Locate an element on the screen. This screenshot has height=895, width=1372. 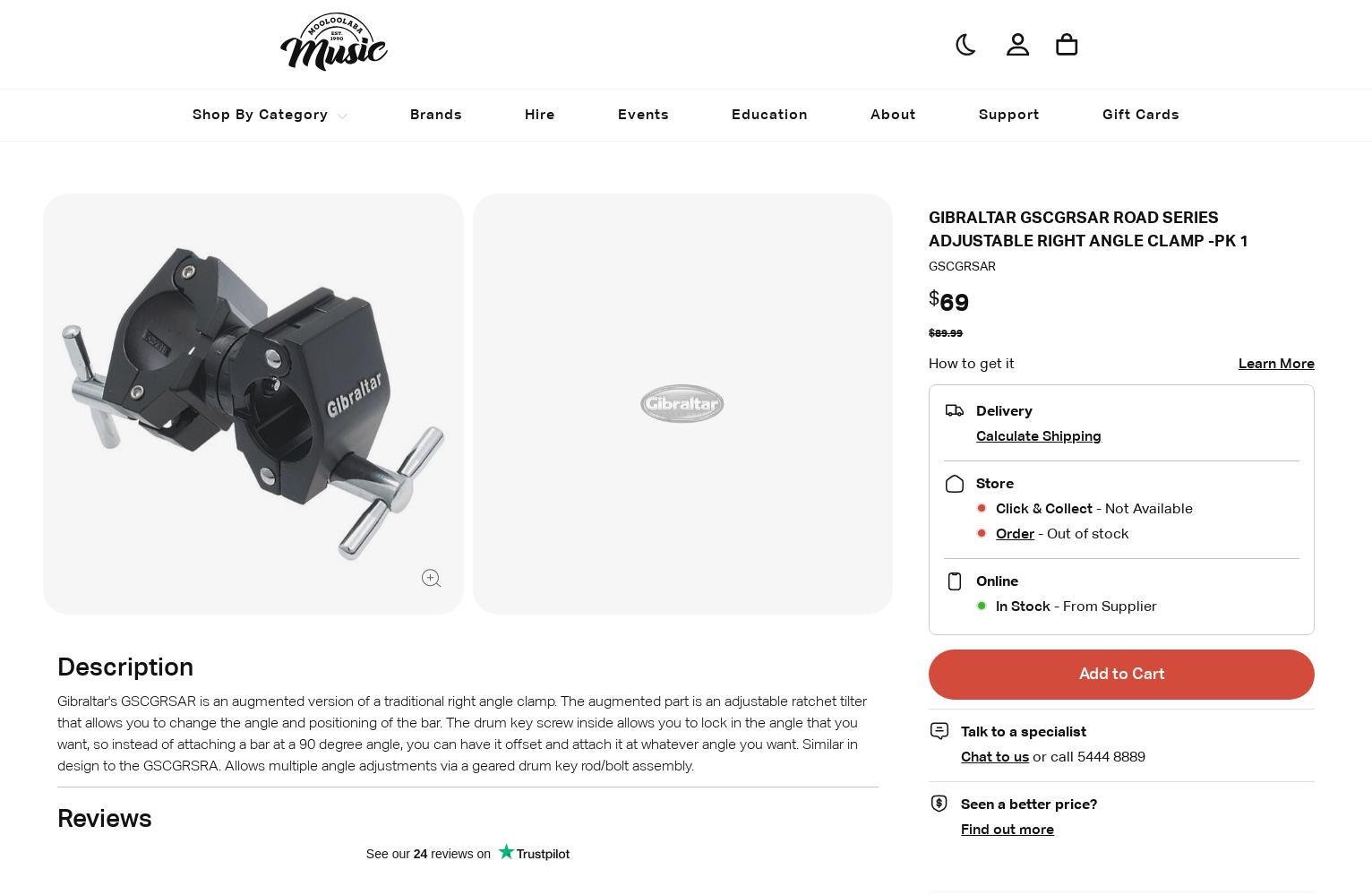
'- Not Available' is located at coordinates (1142, 509).